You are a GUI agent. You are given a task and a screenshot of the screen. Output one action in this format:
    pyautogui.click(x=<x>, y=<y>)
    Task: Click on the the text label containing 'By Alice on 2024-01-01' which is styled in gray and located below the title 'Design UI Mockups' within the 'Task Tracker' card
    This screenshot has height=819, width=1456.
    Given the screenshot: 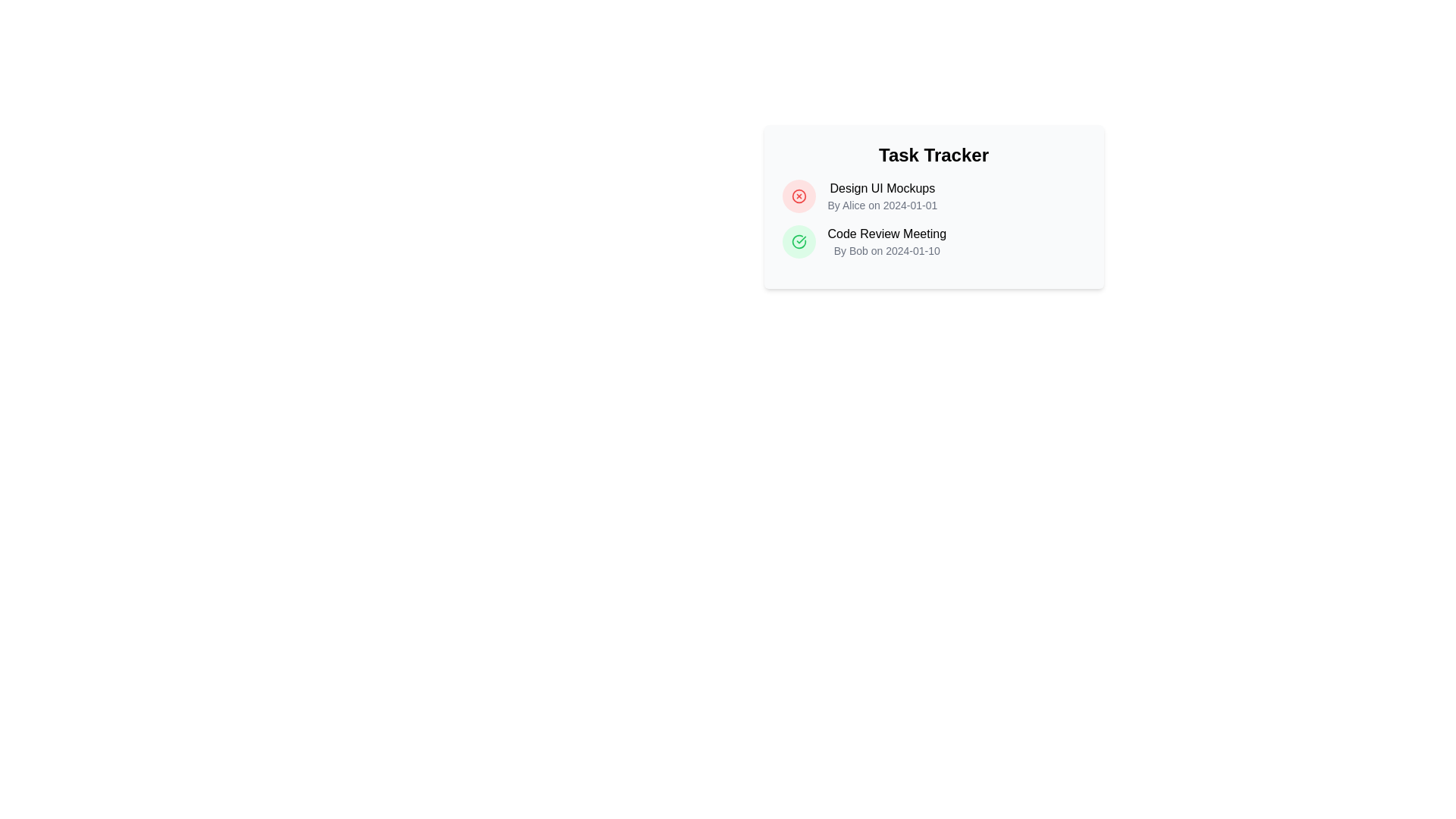 What is the action you would take?
    pyautogui.click(x=882, y=205)
    